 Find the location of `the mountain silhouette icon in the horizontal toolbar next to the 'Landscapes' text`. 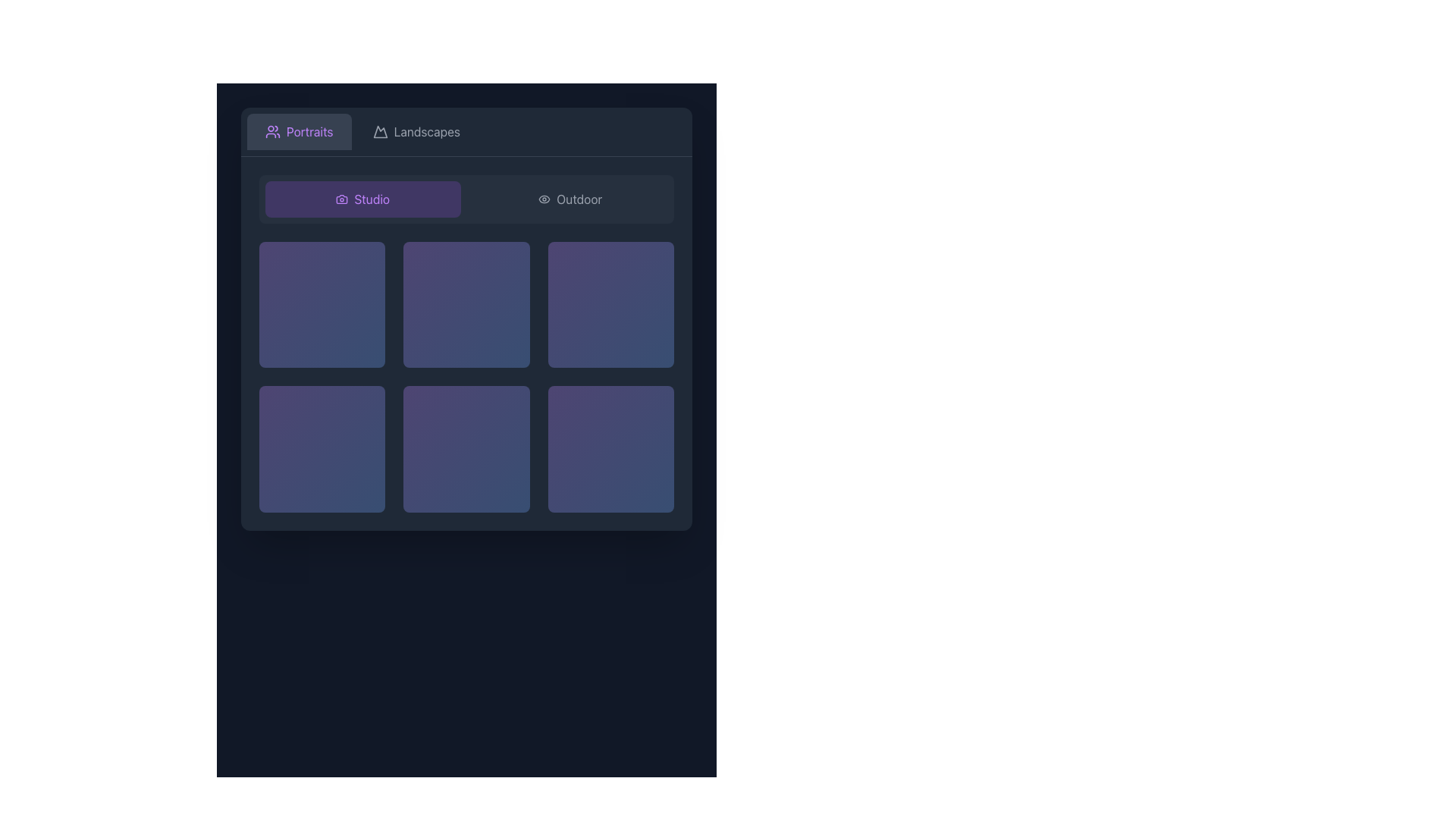

the mountain silhouette icon in the horizontal toolbar next to the 'Landscapes' text is located at coordinates (380, 130).